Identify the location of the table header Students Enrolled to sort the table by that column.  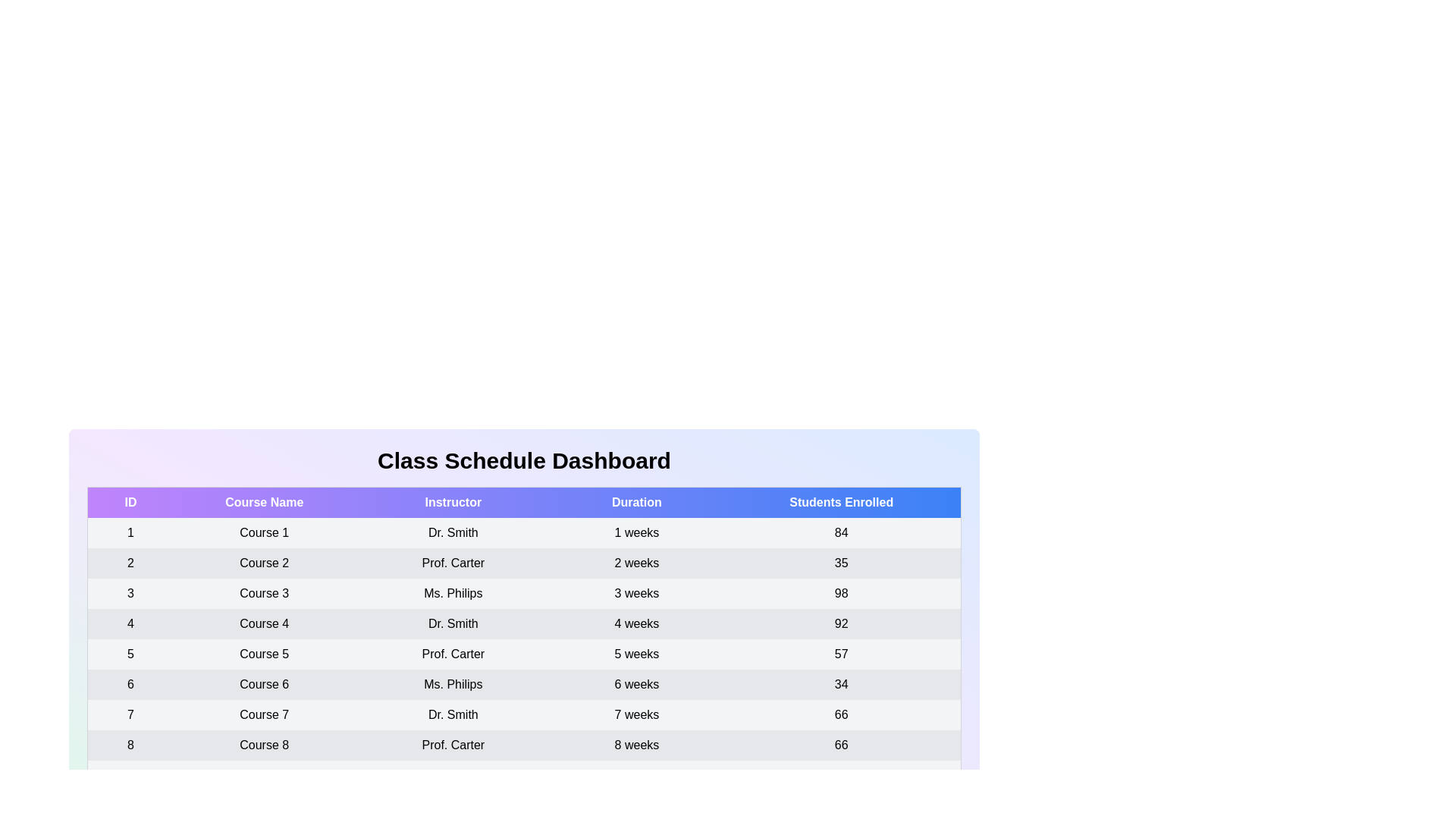
(840, 502).